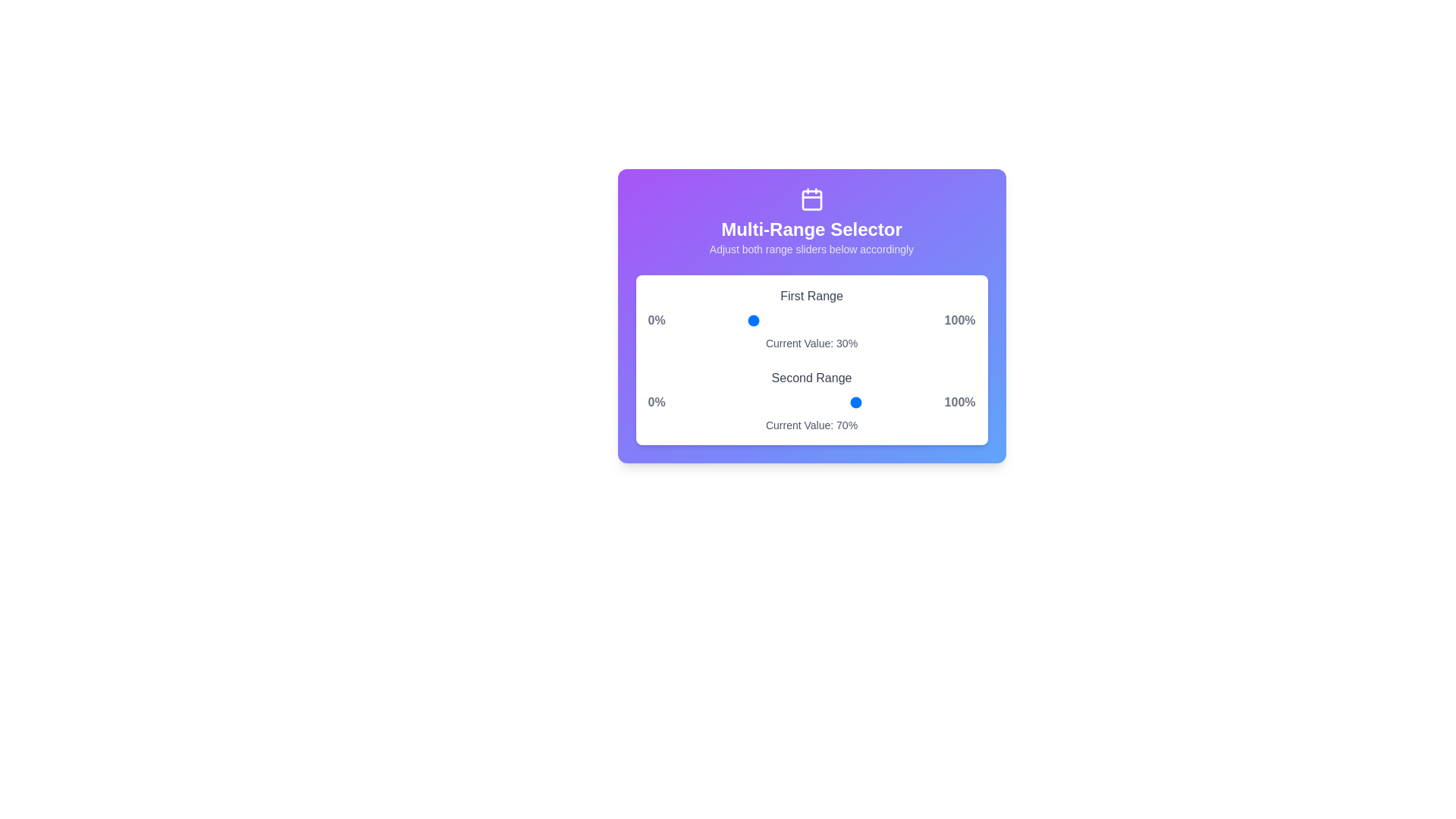 The image size is (1456, 819). Describe the element at coordinates (811, 343) in the screenshot. I see `the text label displaying 'Current Value: 30%' located directly below the slider for the 'First Range' section` at that location.